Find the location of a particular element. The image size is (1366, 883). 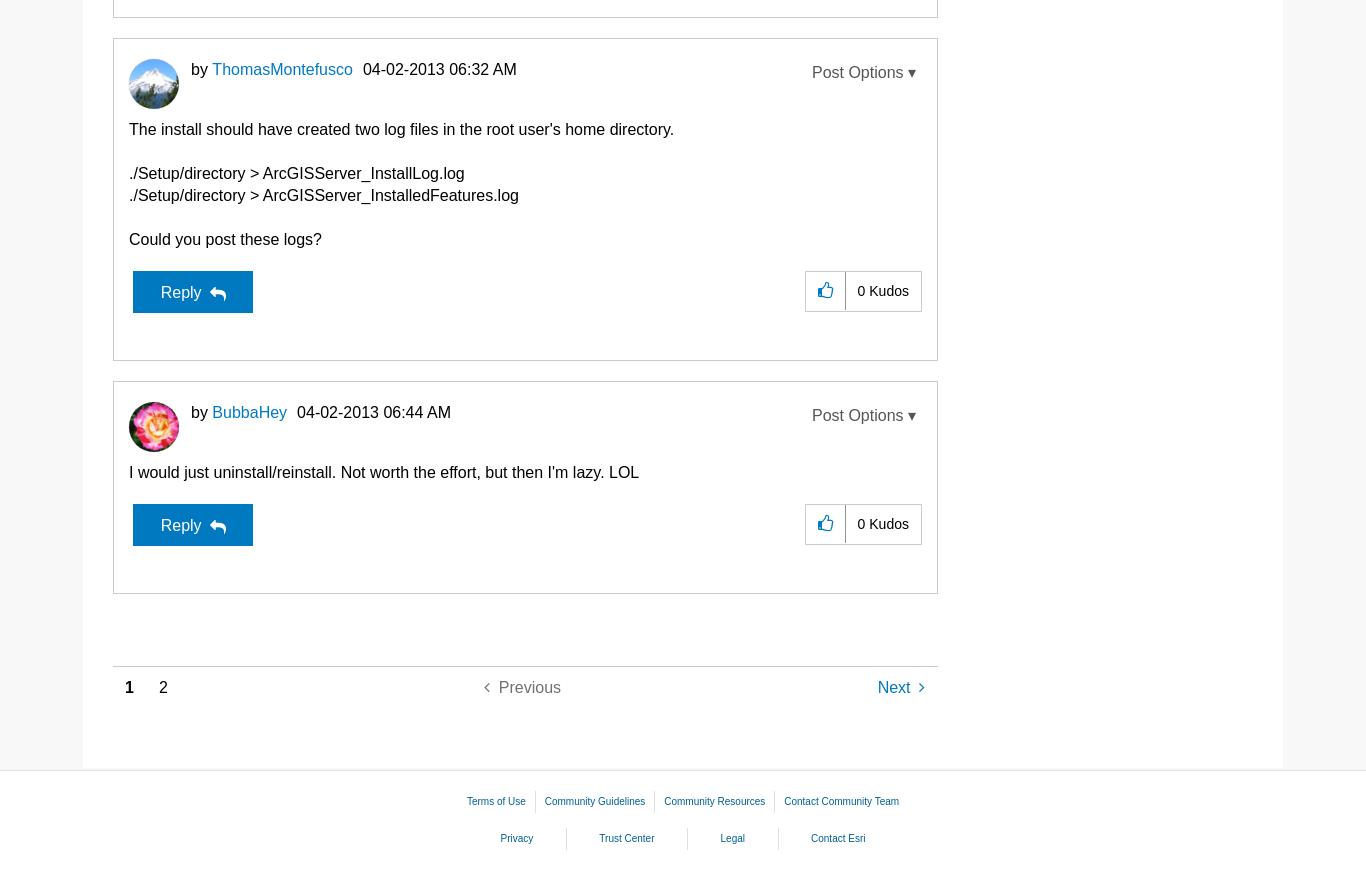

'Contact Community Team' is located at coordinates (840, 800).